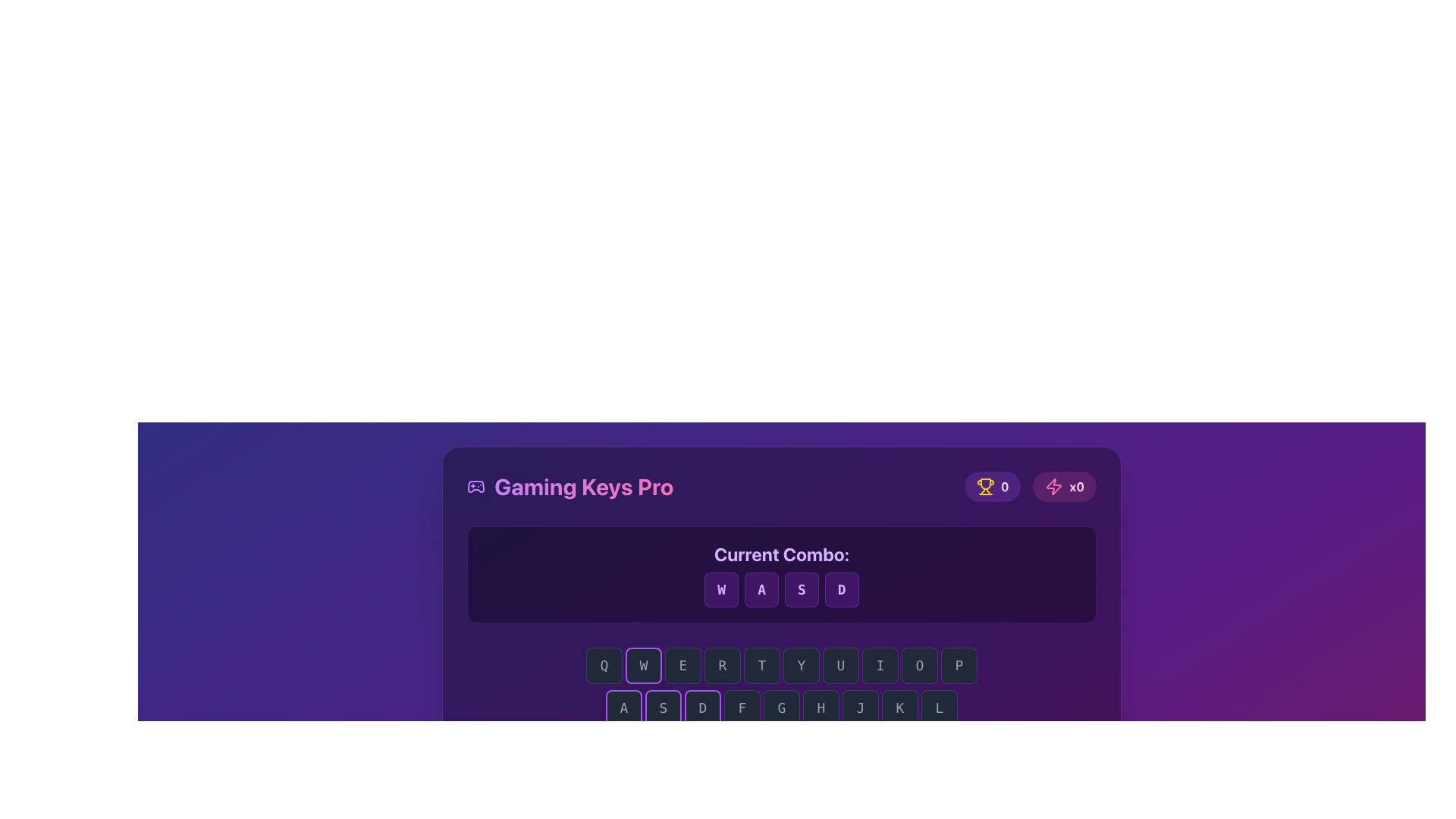  Describe the element at coordinates (993, 486) in the screenshot. I see `the first informational tag in the top-right section of the interface, which features a purple background with a yellow trophy icon and the number '0' in bold, light purple text` at that location.